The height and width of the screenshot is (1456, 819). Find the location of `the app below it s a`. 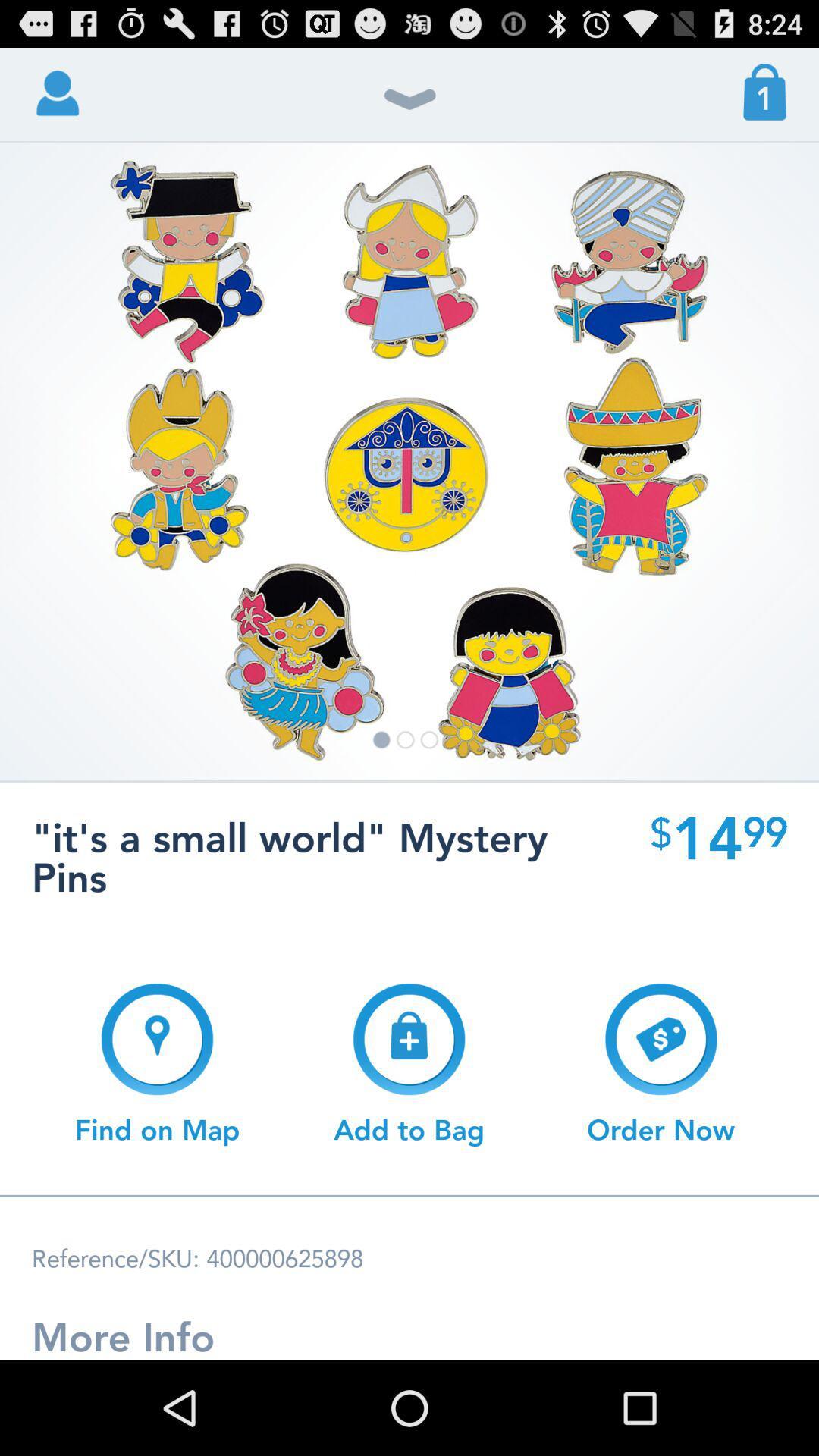

the app below it s a is located at coordinates (660, 1063).